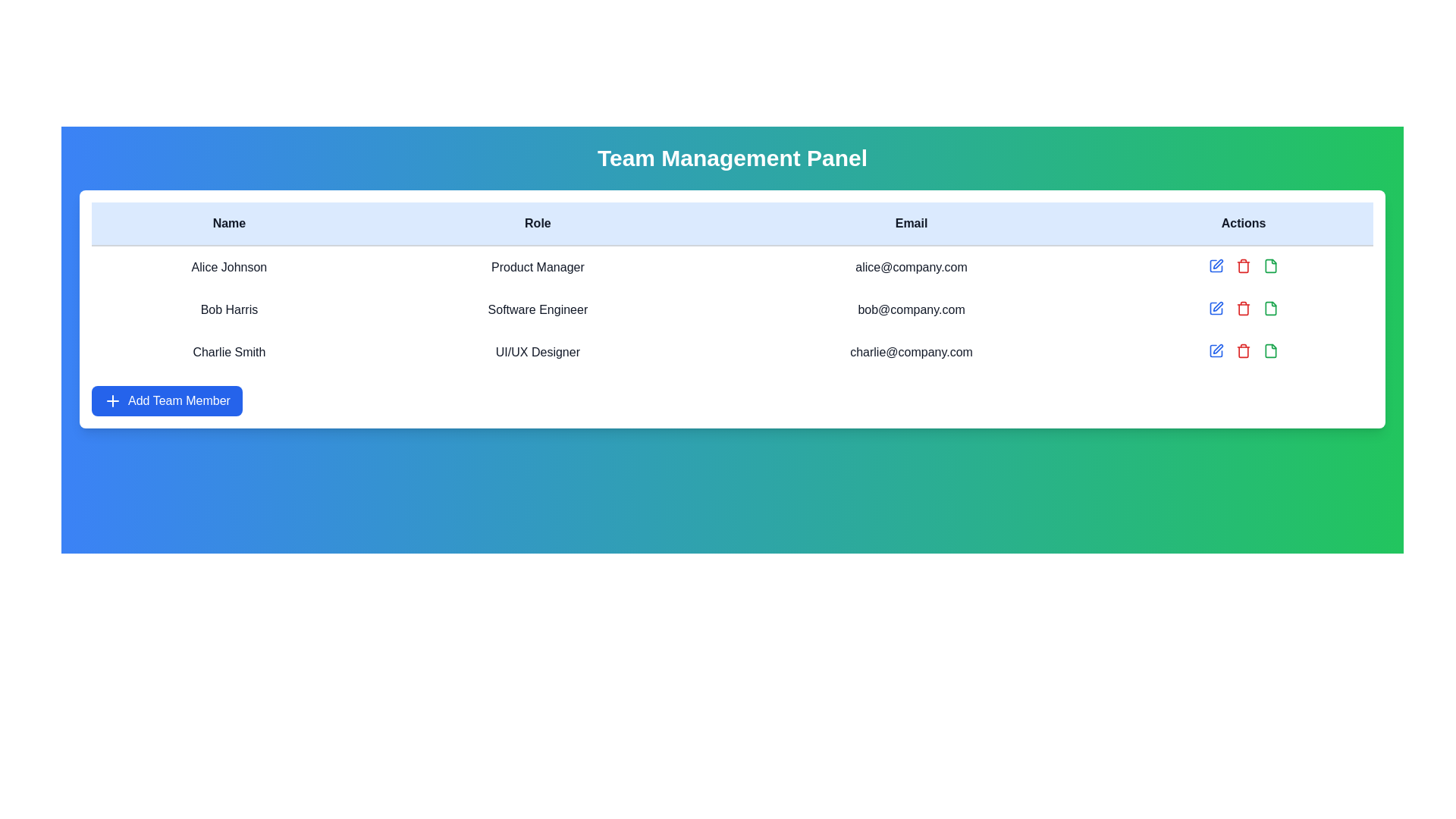 This screenshot has height=819, width=1456. What do you see at coordinates (732, 309) in the screenshot?
I see `the contents of the table row displaying 'Bob Harris' as the name, 'Software Engineer' as the role, and 'bob@company.com' as the email to copy` at bounding box center [732, 309].